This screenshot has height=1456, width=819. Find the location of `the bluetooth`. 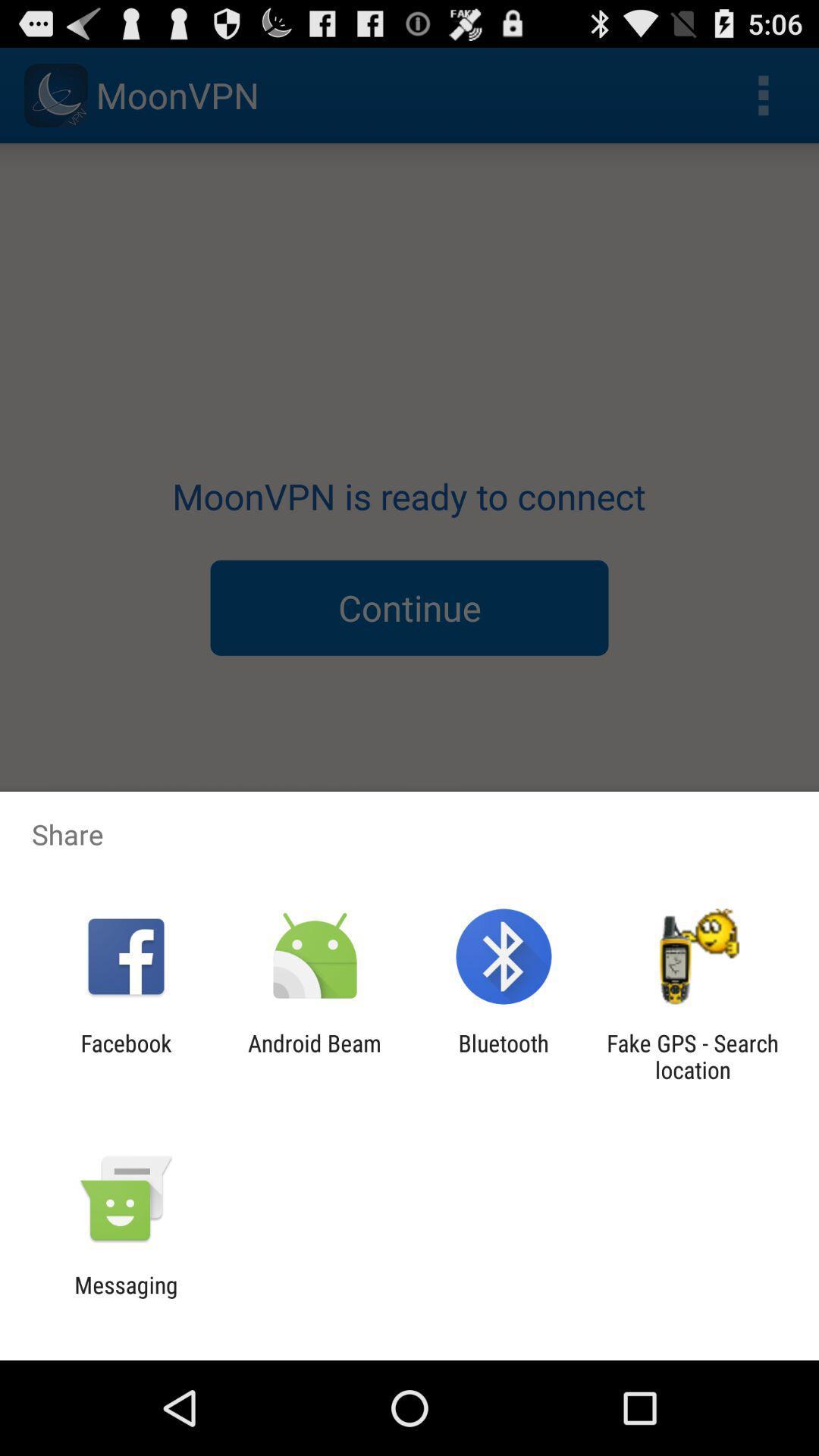

the bluetooth is located at coordinates (504, 1056).